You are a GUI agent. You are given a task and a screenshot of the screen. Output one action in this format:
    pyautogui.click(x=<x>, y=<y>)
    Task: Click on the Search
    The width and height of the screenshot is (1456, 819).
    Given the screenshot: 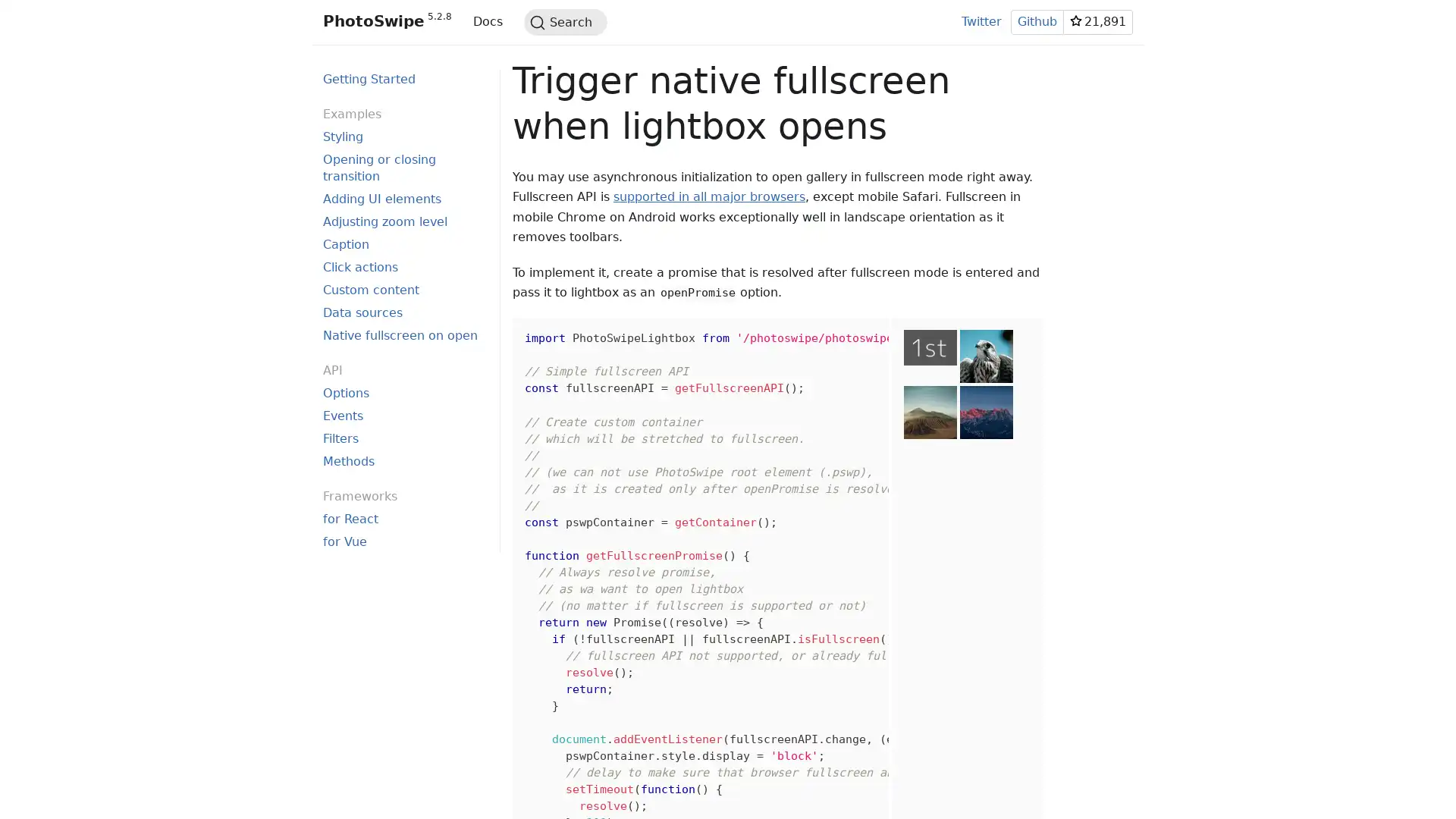 What is the action you would take?
    pyautogui.click(x=564, y=22)
    